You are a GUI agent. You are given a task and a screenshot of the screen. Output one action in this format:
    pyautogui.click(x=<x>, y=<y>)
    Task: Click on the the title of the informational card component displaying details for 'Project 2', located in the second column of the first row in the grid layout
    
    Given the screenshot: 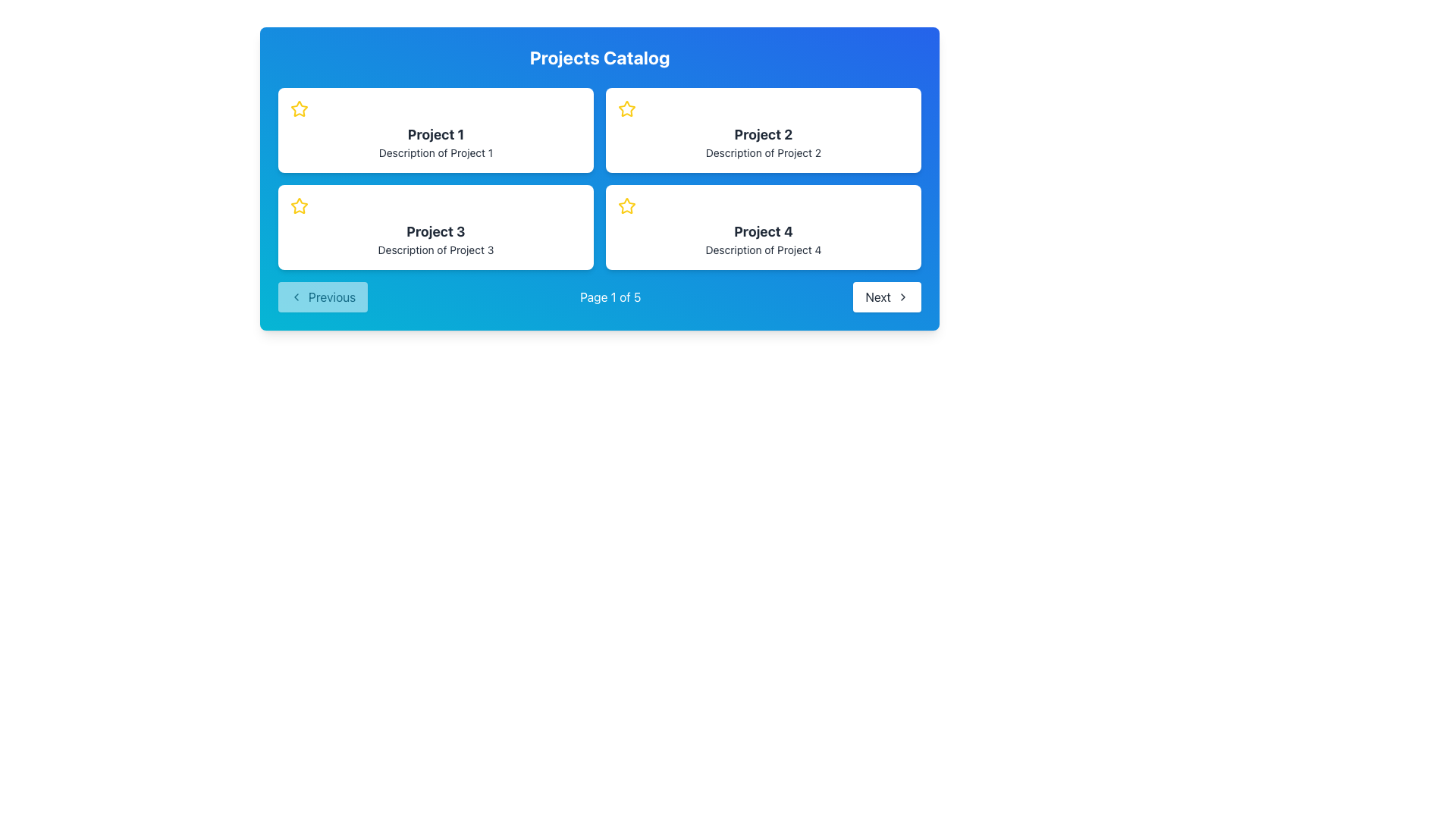 What is the action you would take?
    pyautogui.click(x=764, y=130)
    